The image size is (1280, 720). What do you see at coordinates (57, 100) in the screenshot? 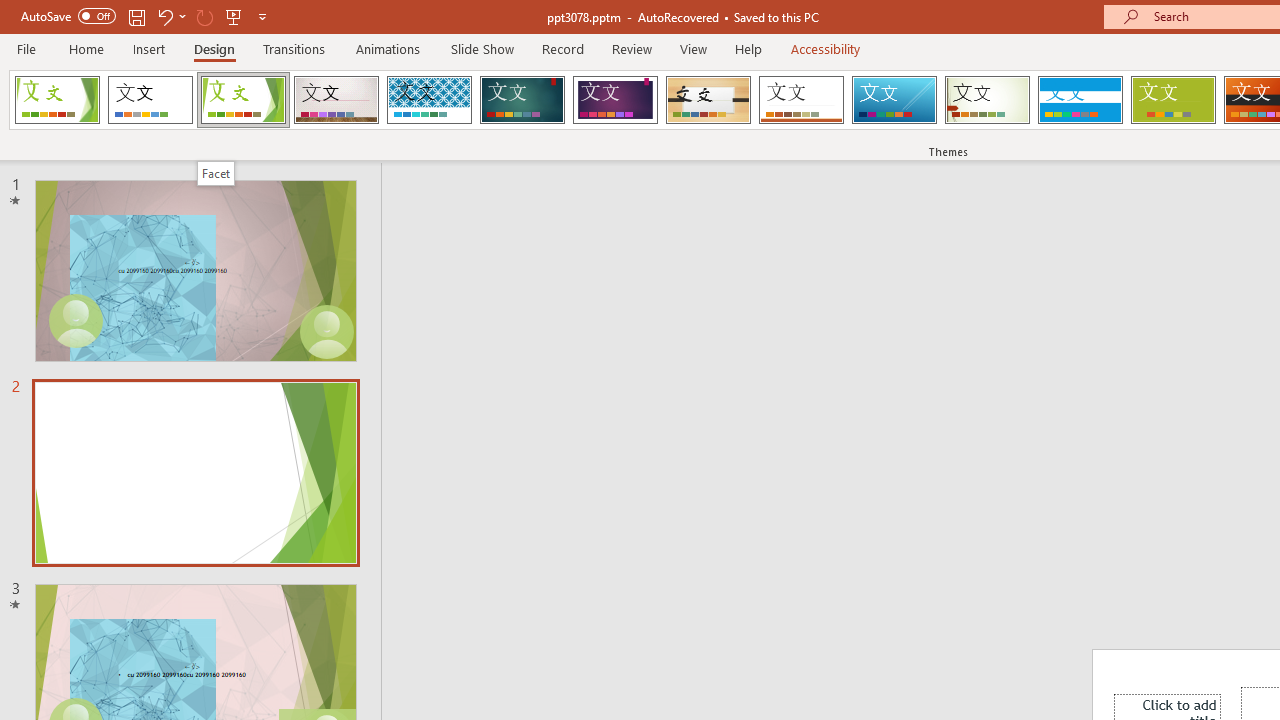
I see `'Dividend'` at bounding box center [57, 100].